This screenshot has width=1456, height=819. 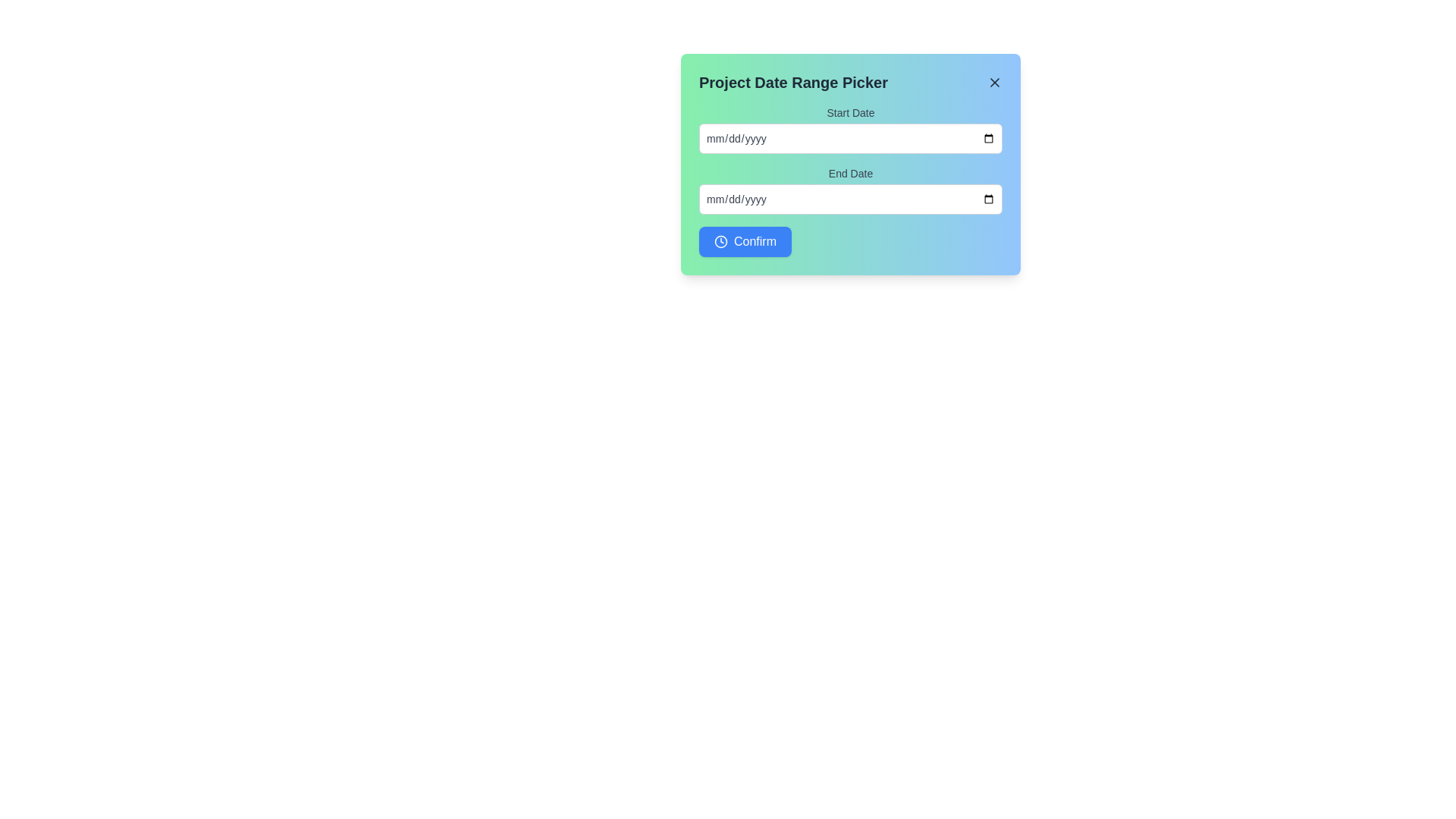 What do you see at coordinates (994, 82) in the screenshot?
I see `the close button (styled as an 'X' symbol) in the top-right corner of the 'Project Date Range Picker' dialog box` at bounding box center [994, 82].